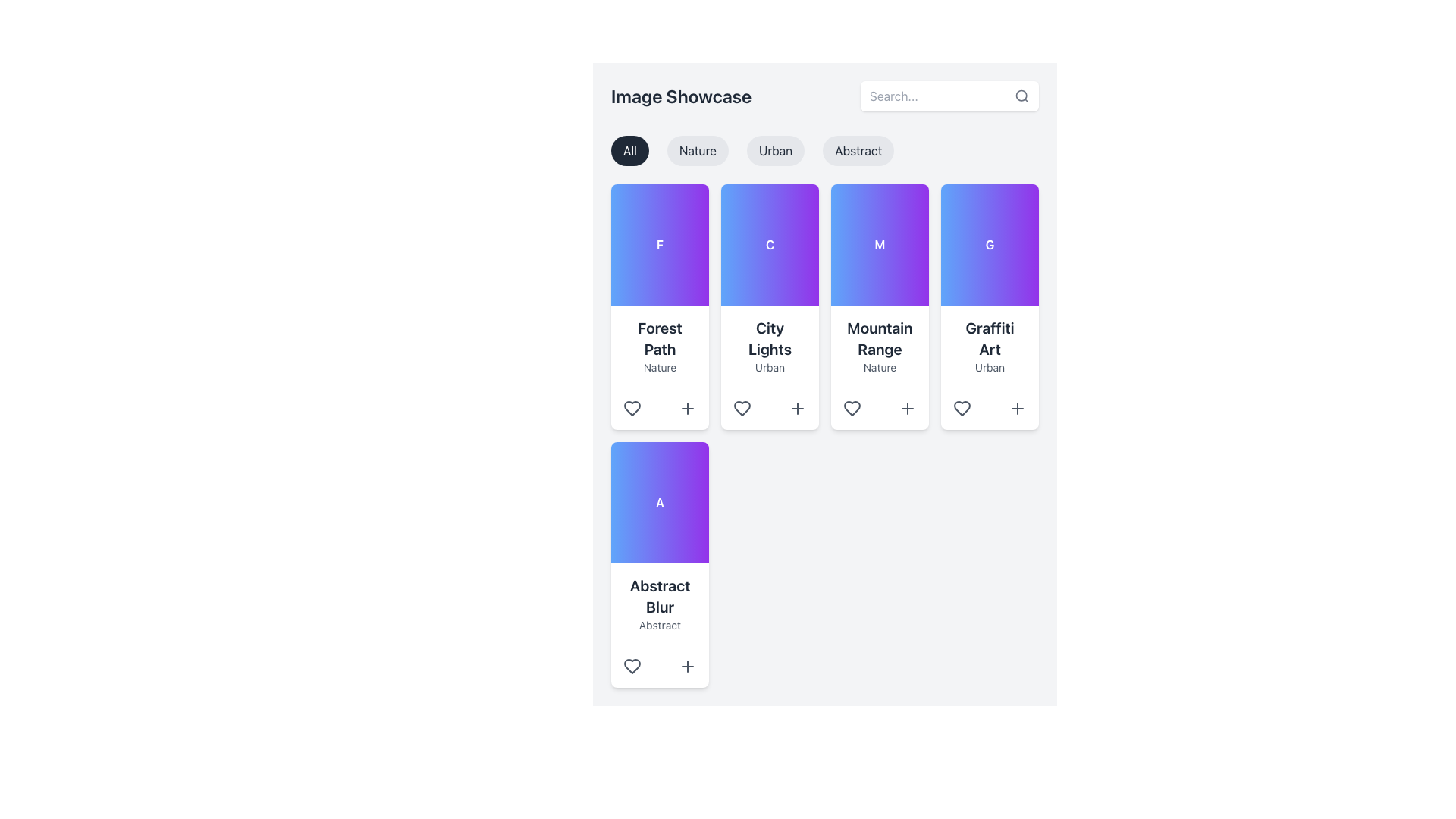  What do you see at coordinates (770, 368) in the screenshot?
I see `the Text Label displaying 'Urban', which is a small-sized light gray font located directly below 'City Lights' in the second card from the left in the top row of the display grid` at bounding box center [770, 368].